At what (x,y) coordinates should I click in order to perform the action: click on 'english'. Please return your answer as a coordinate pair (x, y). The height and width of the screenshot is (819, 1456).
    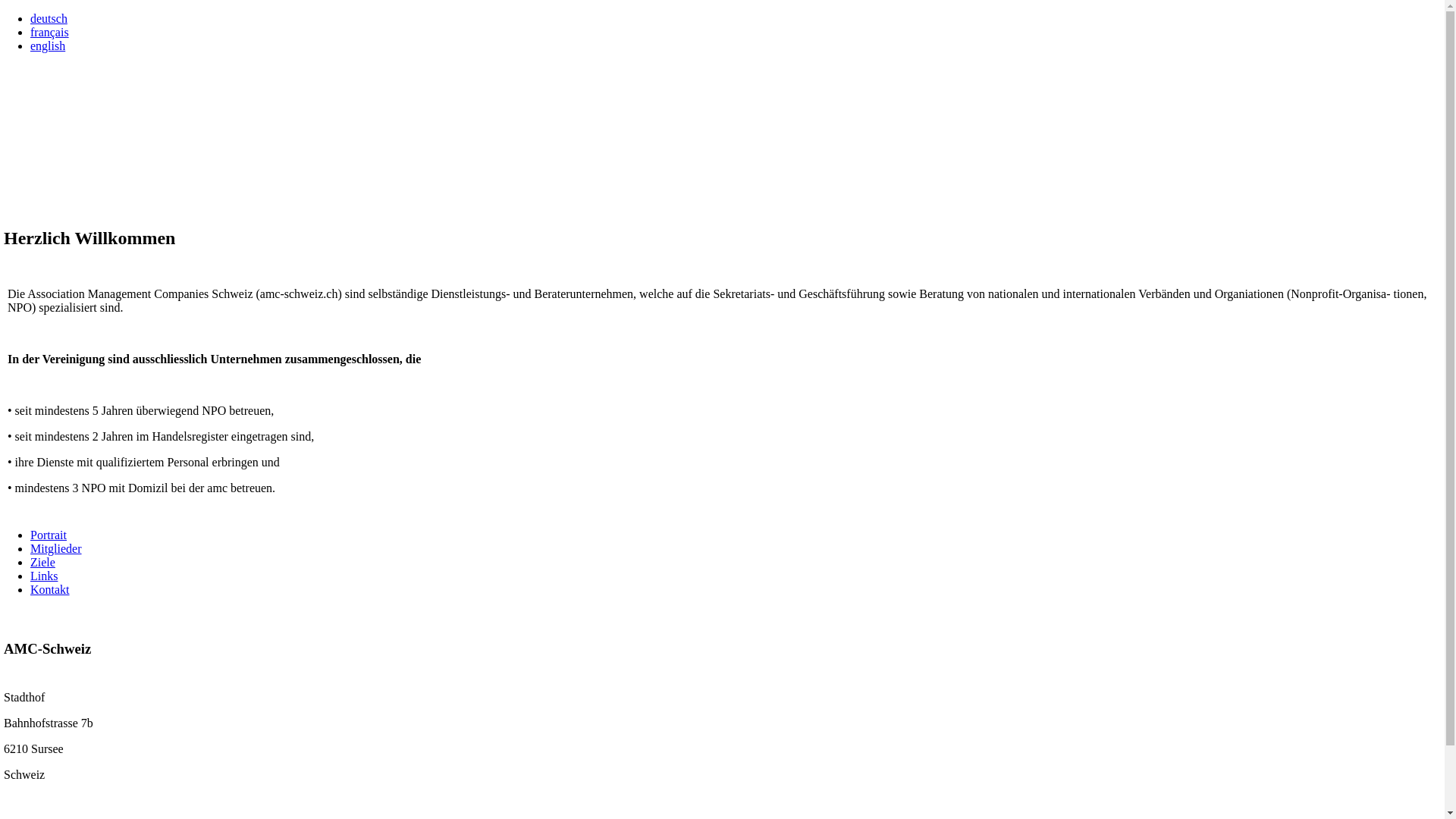
    Looking at the image, I should click on (47, 45).